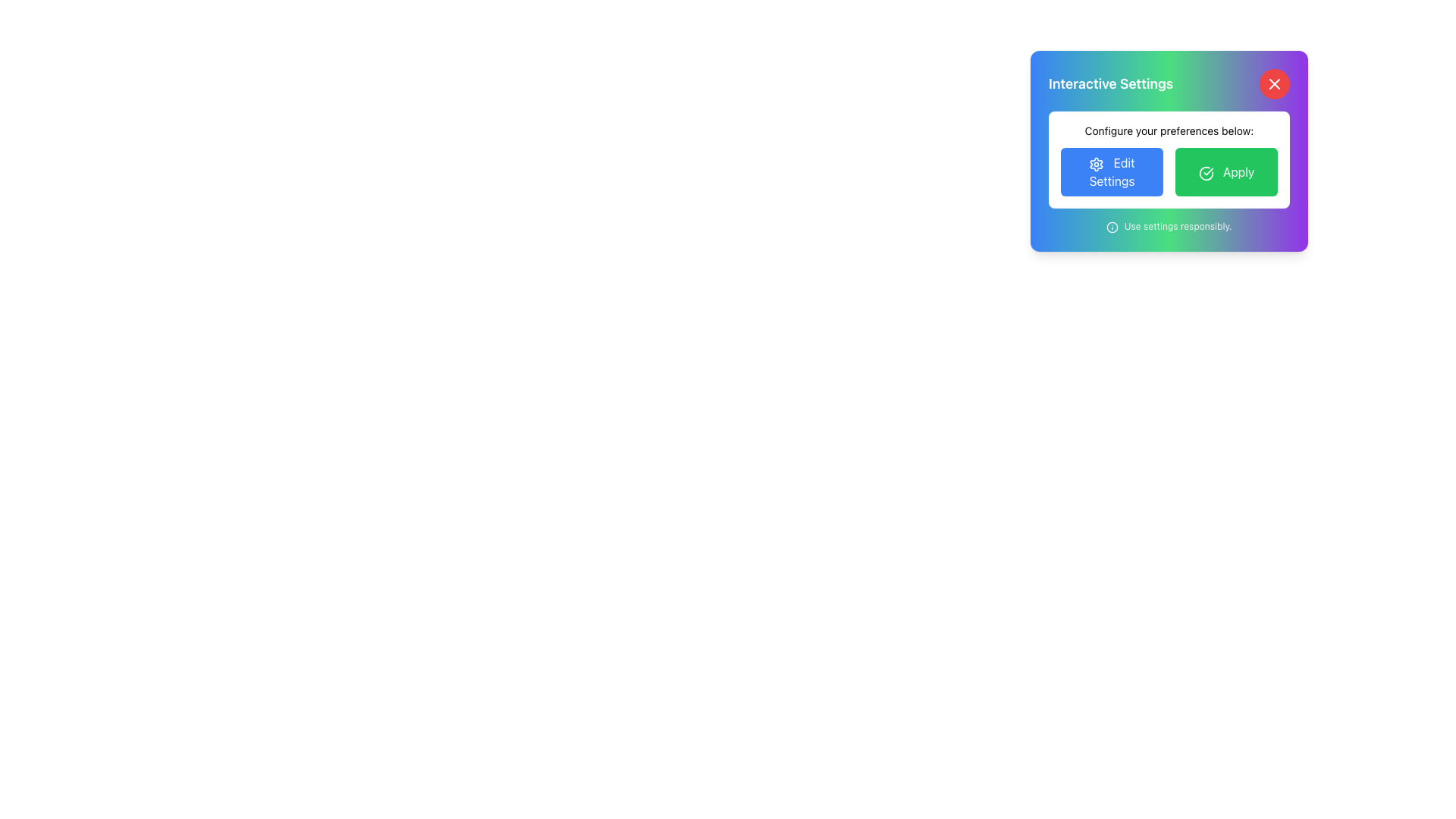  What do you see at coordinates (1168, 227) in the screenshot?
I see `the text label 'Use settings responsibly.' with a small information icon, located in the footer section of the interactive settings panel` at bounding box center [1168, 227].